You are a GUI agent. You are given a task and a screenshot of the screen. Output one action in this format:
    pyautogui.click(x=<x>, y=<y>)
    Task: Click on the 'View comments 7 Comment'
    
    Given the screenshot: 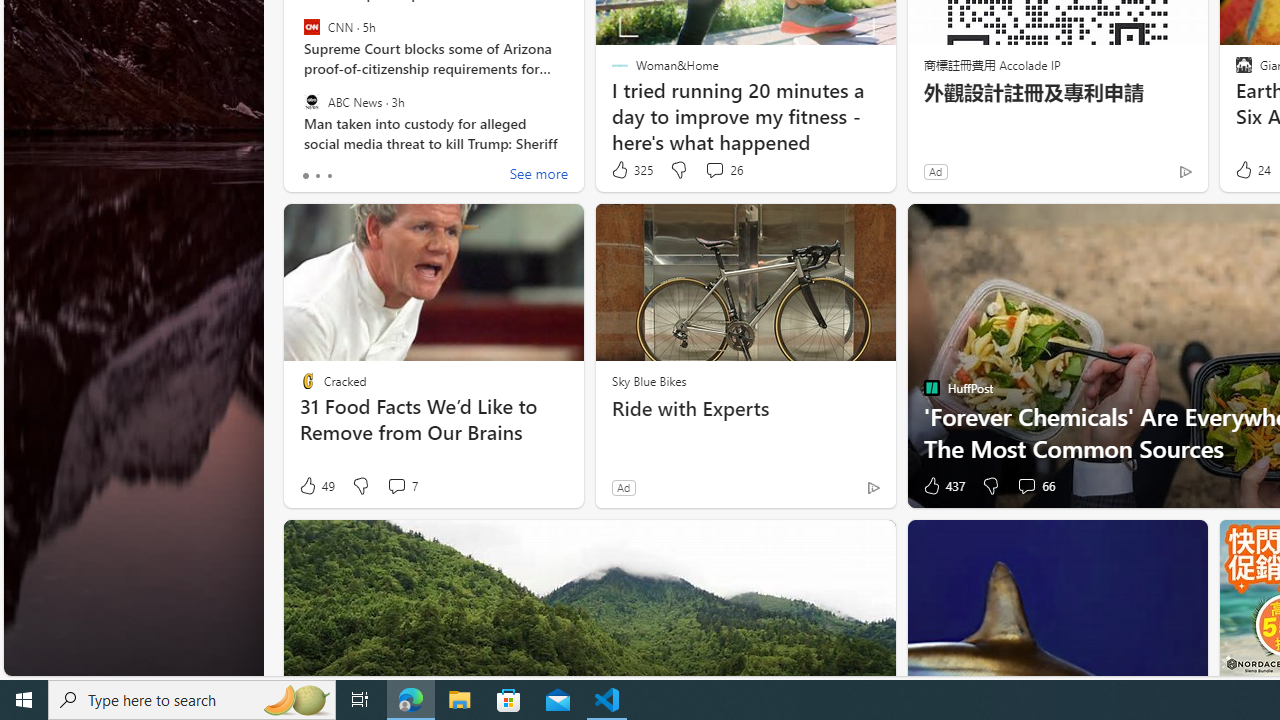 What is the action you would take?
    pyautogui.click(x=400, y=486)
    